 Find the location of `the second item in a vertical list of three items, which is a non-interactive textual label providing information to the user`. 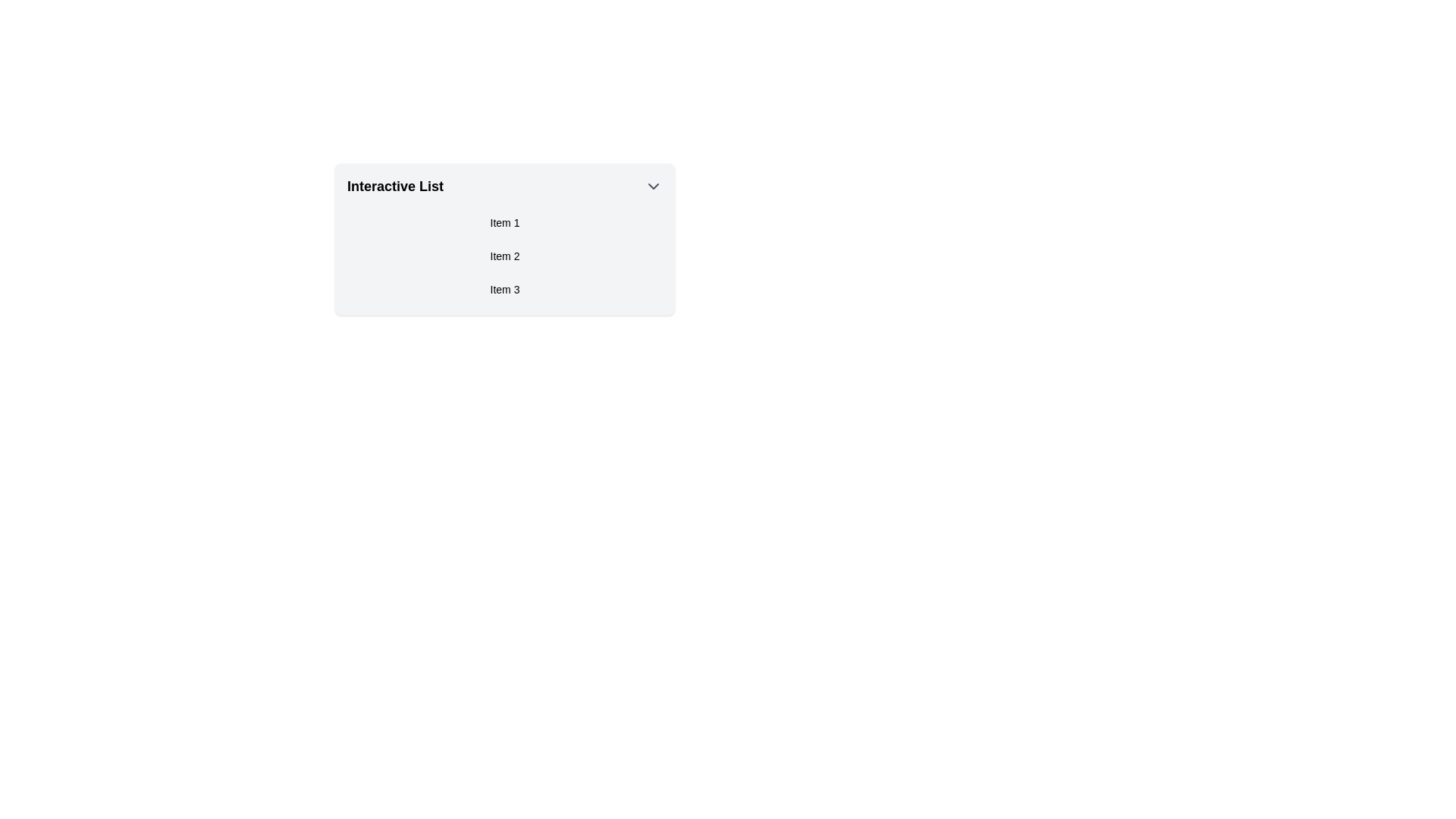

the second item in a vertical list of three items, which is a non-interactive textual label providing information to the user is located at coordinates (505, 256).